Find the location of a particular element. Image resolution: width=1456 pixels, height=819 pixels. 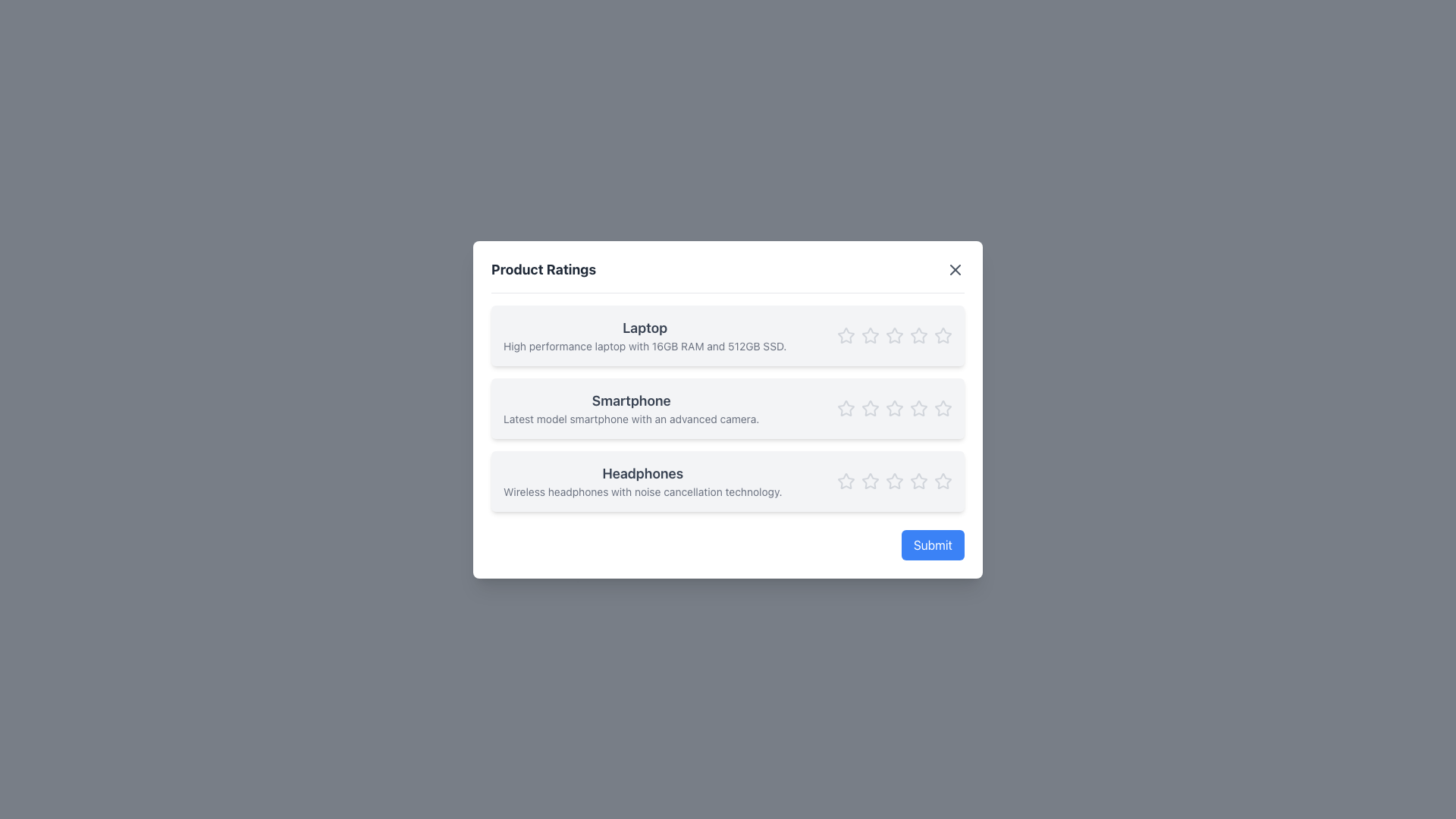

the first star-shaped icon in the rating system for the 'Headphones' product to set a 1-star rating is located at coordinates (844, 480).